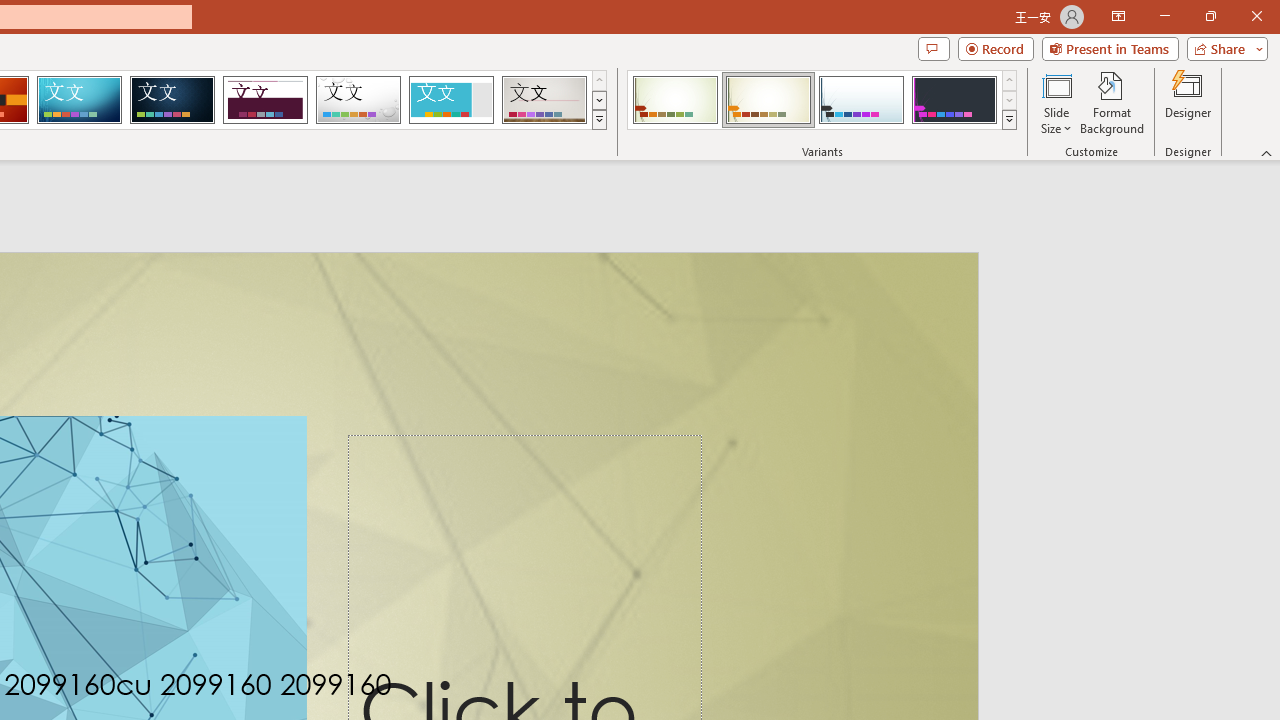  Describe the element at coordinates (358, 100) in the screenshot. I see `'Droplet Loading Preview...'` at that location.